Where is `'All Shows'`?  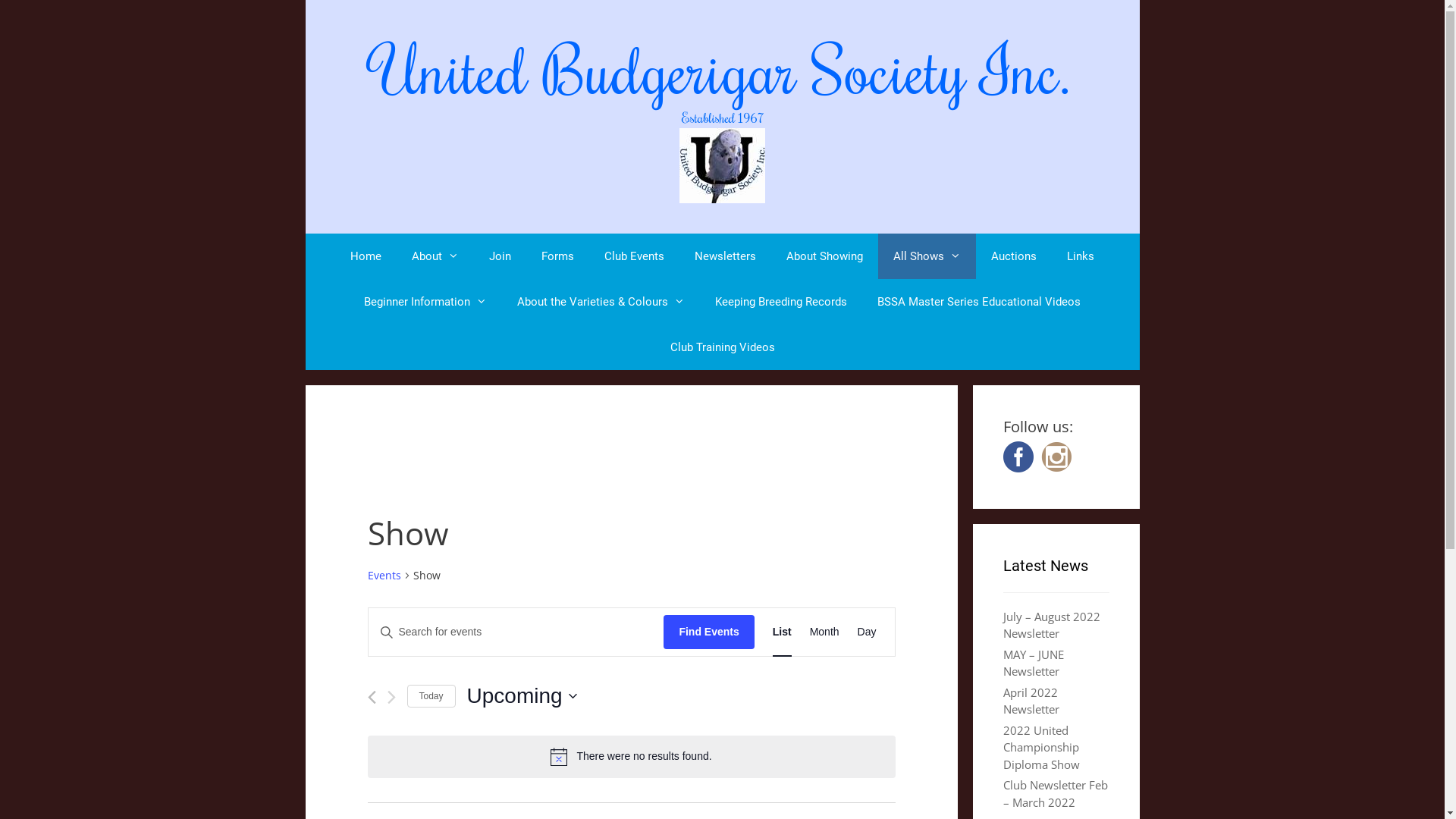
'All Shows' is located at coordinates (926, 256).